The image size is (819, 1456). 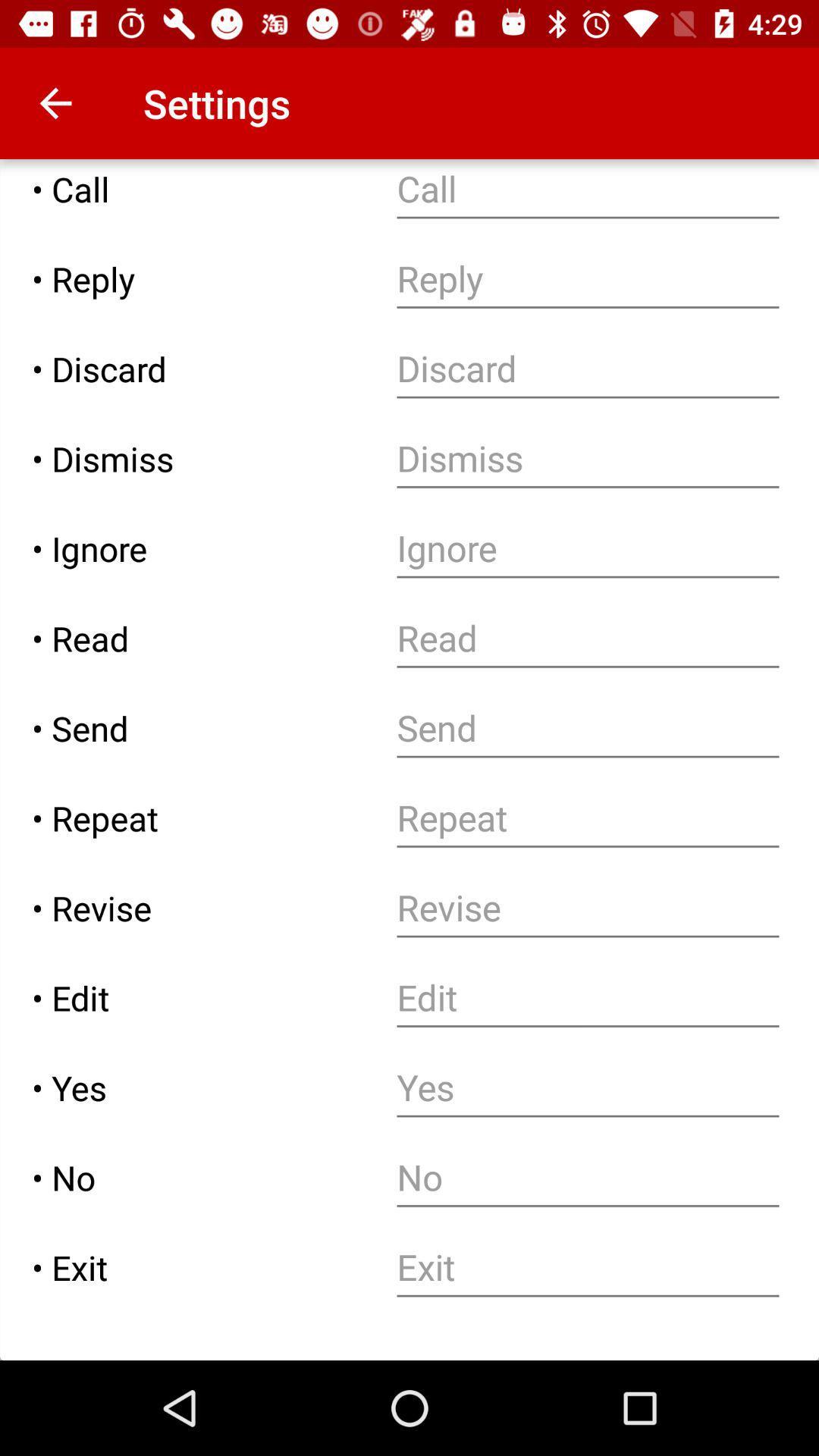 What do you see at coordinates (587, 1267) in the screenshot?
I see `exit this screen option` at bounding box center [587, 1267].